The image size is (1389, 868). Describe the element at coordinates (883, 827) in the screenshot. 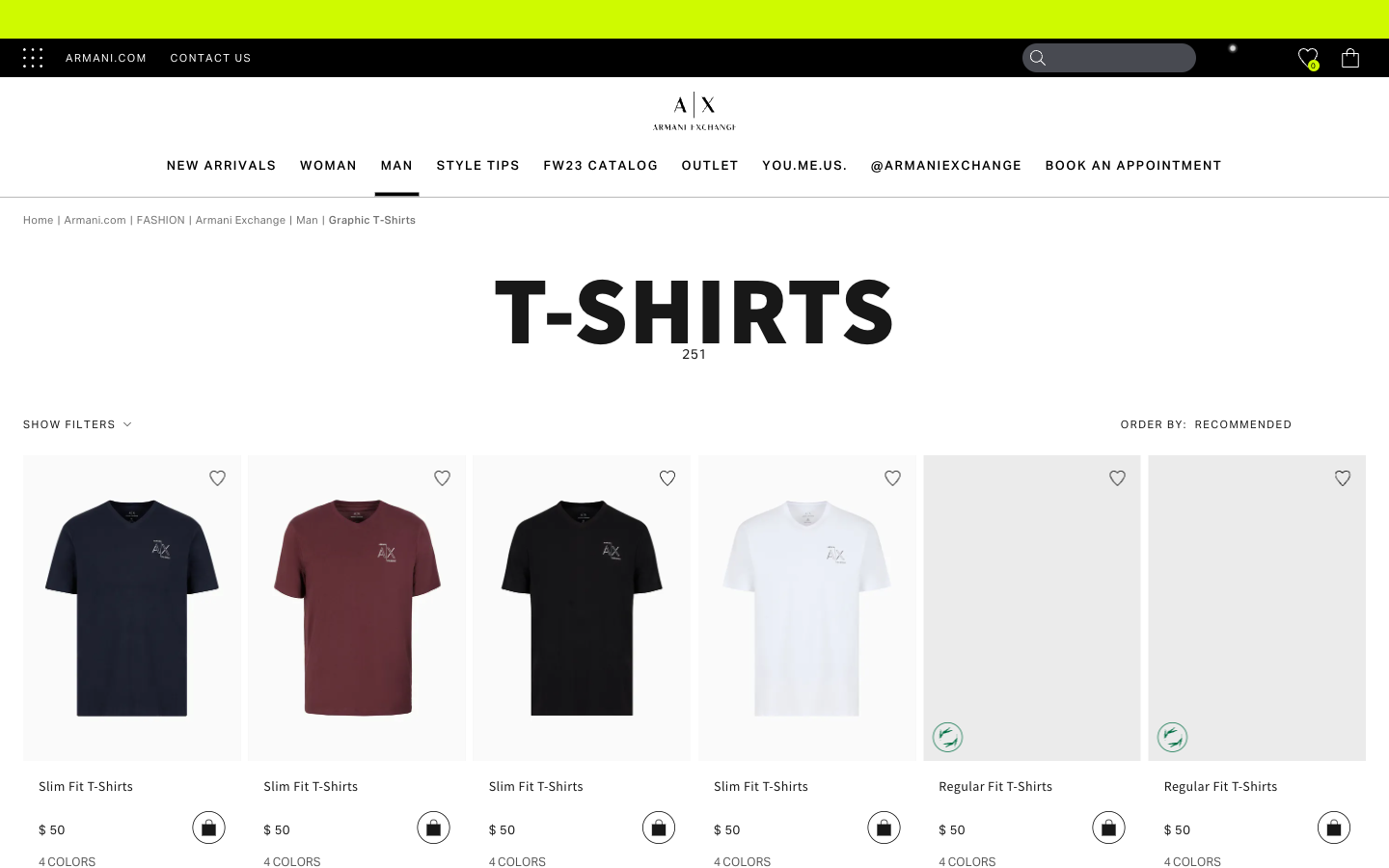

I see `the 4th product for purchase by clicking on the cart button` at that location.